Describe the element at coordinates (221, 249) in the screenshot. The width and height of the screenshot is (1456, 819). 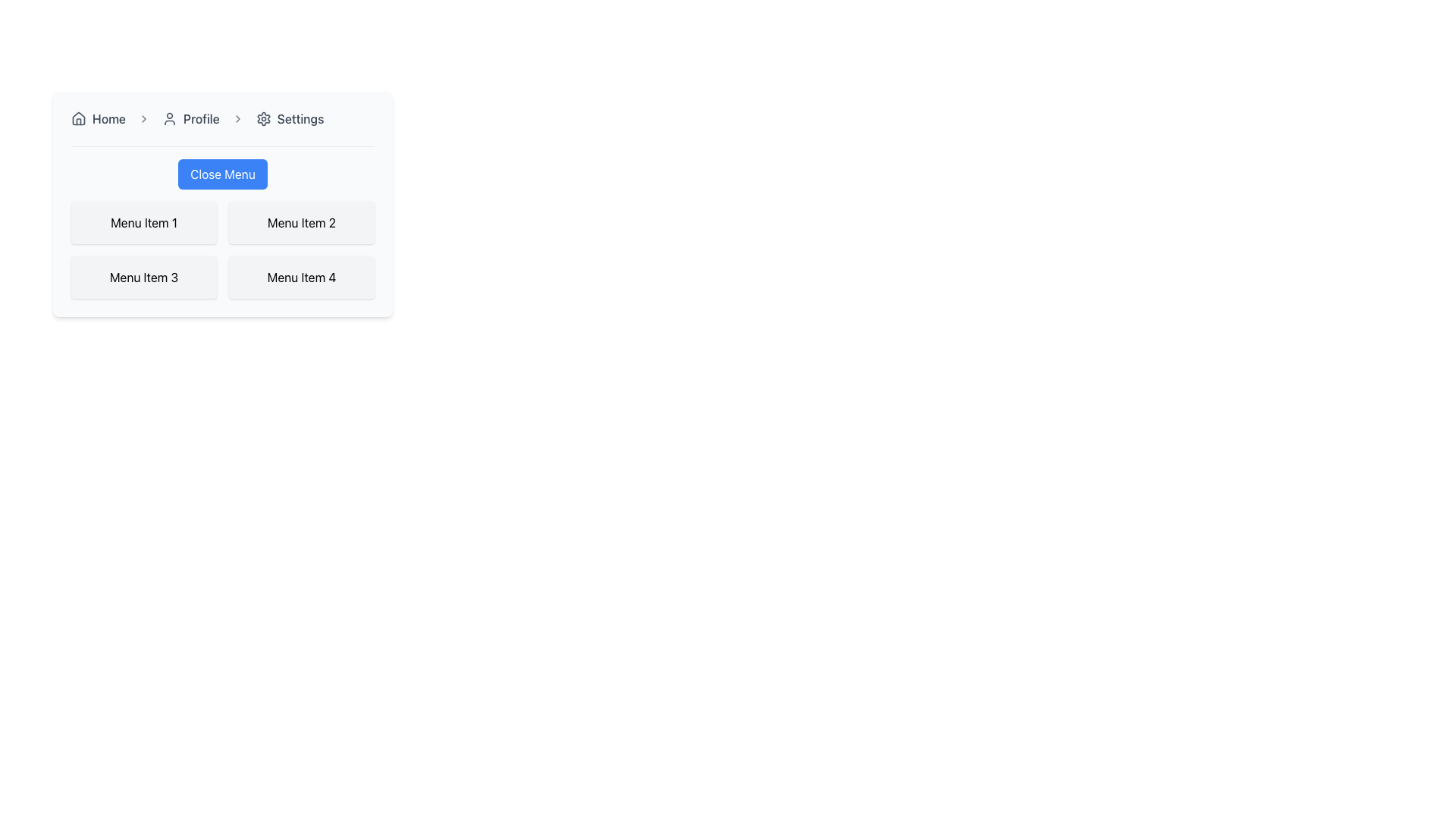
I see `the second interactive item within the menu block located below the 'Close Menu' button by` at that location.